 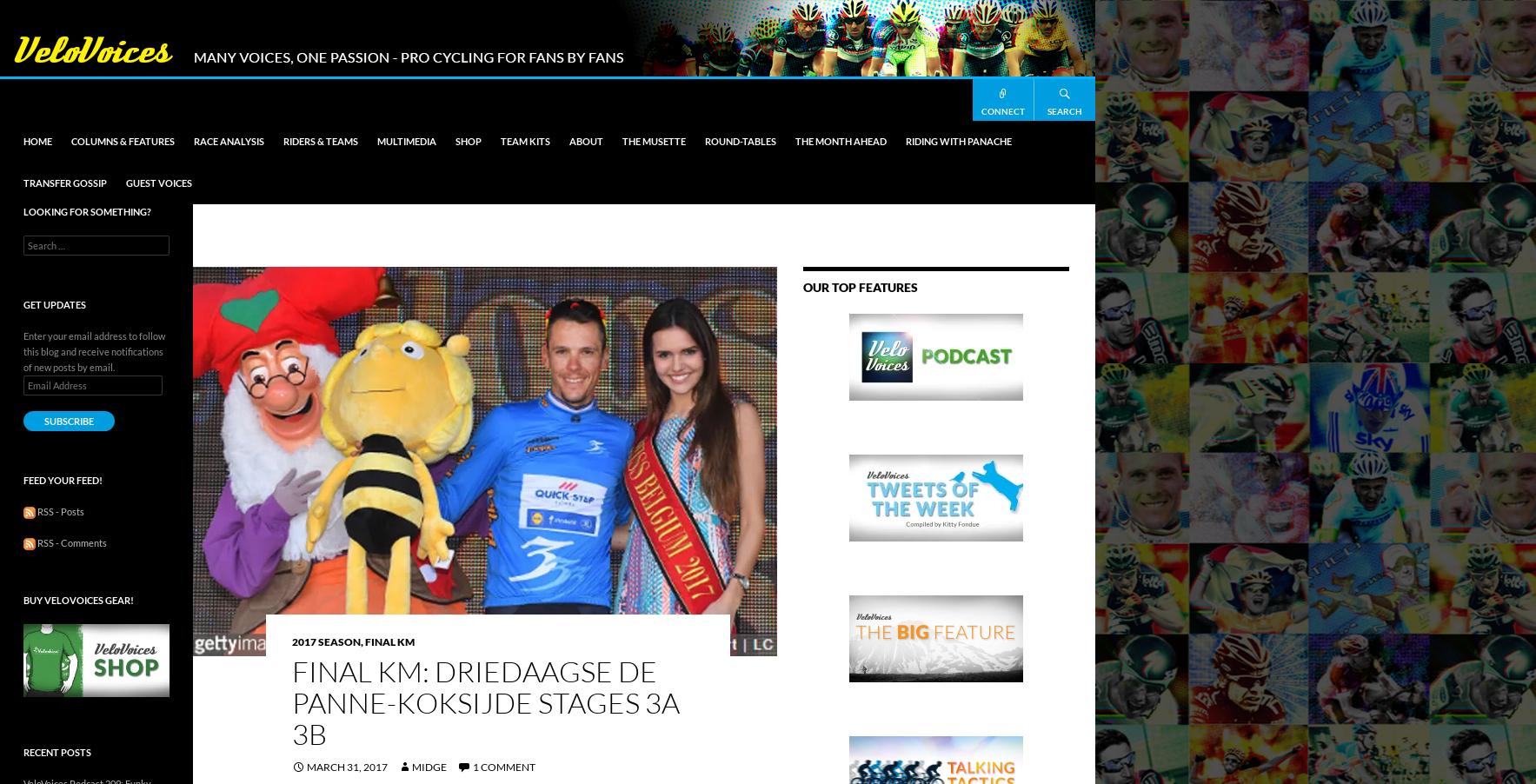 I want to click on 'Round-Tables', so click(x=704, y=140).